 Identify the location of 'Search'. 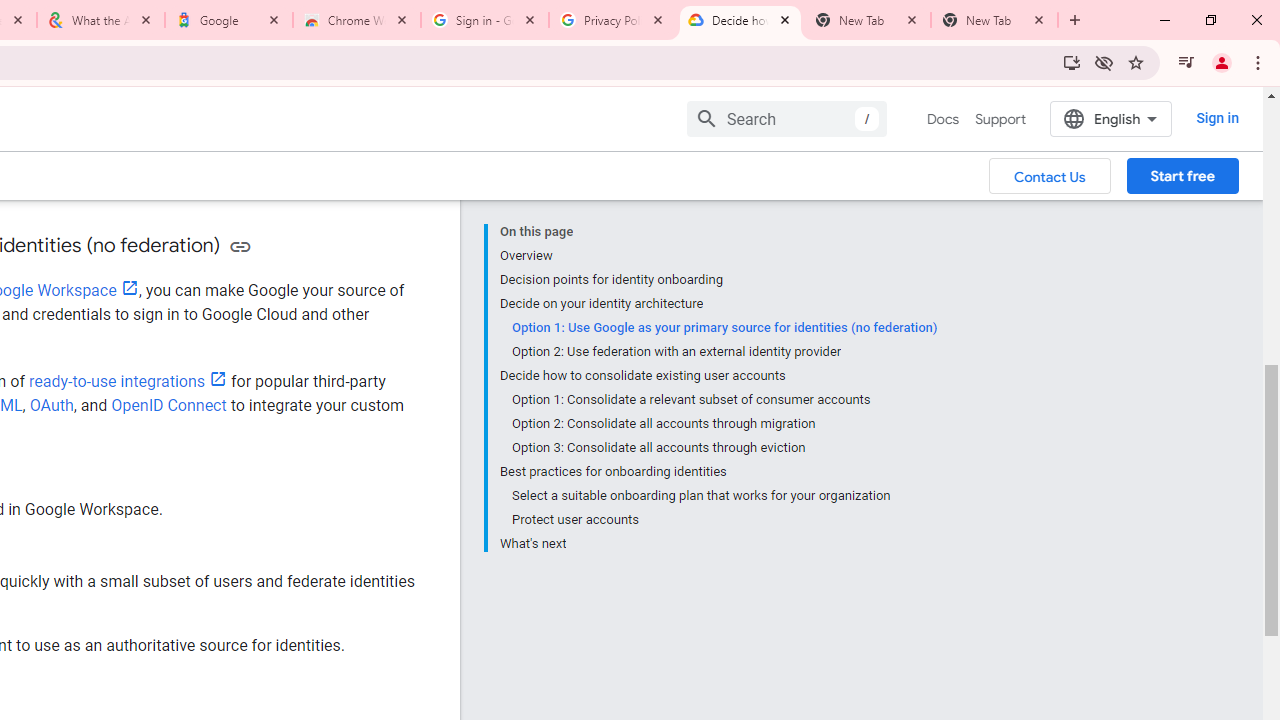
(785, 118).